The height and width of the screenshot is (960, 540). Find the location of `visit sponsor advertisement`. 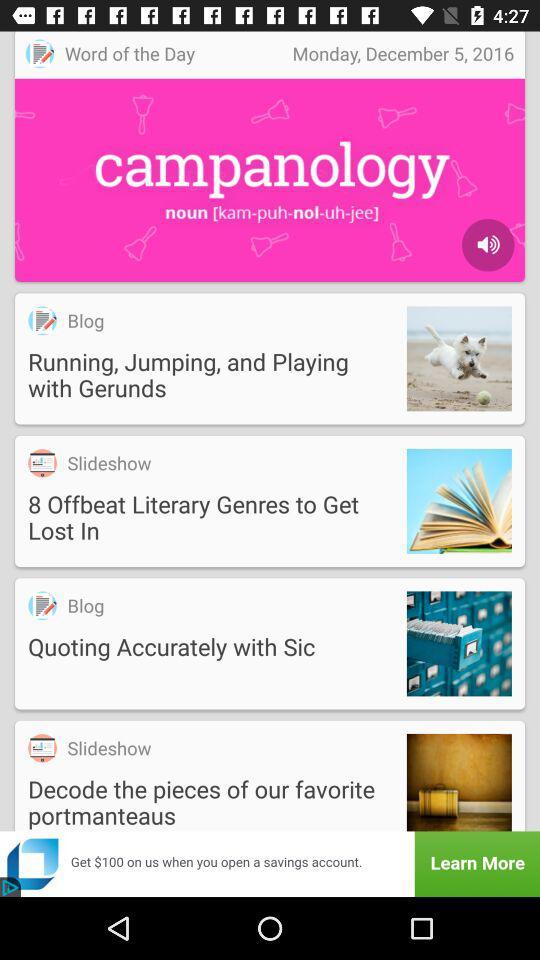

visit sponsor advertisement is located at coordinates (270, 863).